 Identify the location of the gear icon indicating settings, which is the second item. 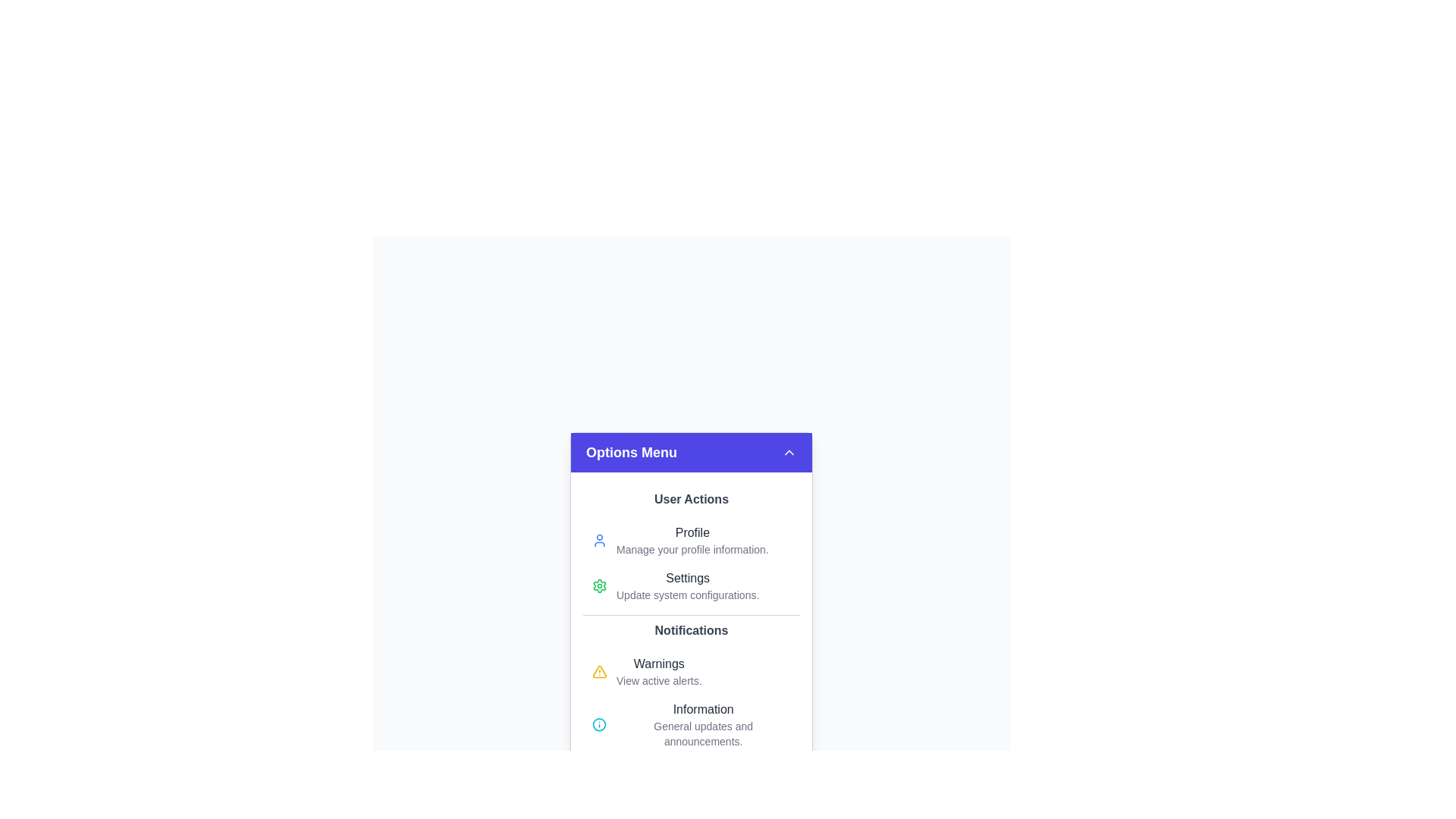
(599, 585).